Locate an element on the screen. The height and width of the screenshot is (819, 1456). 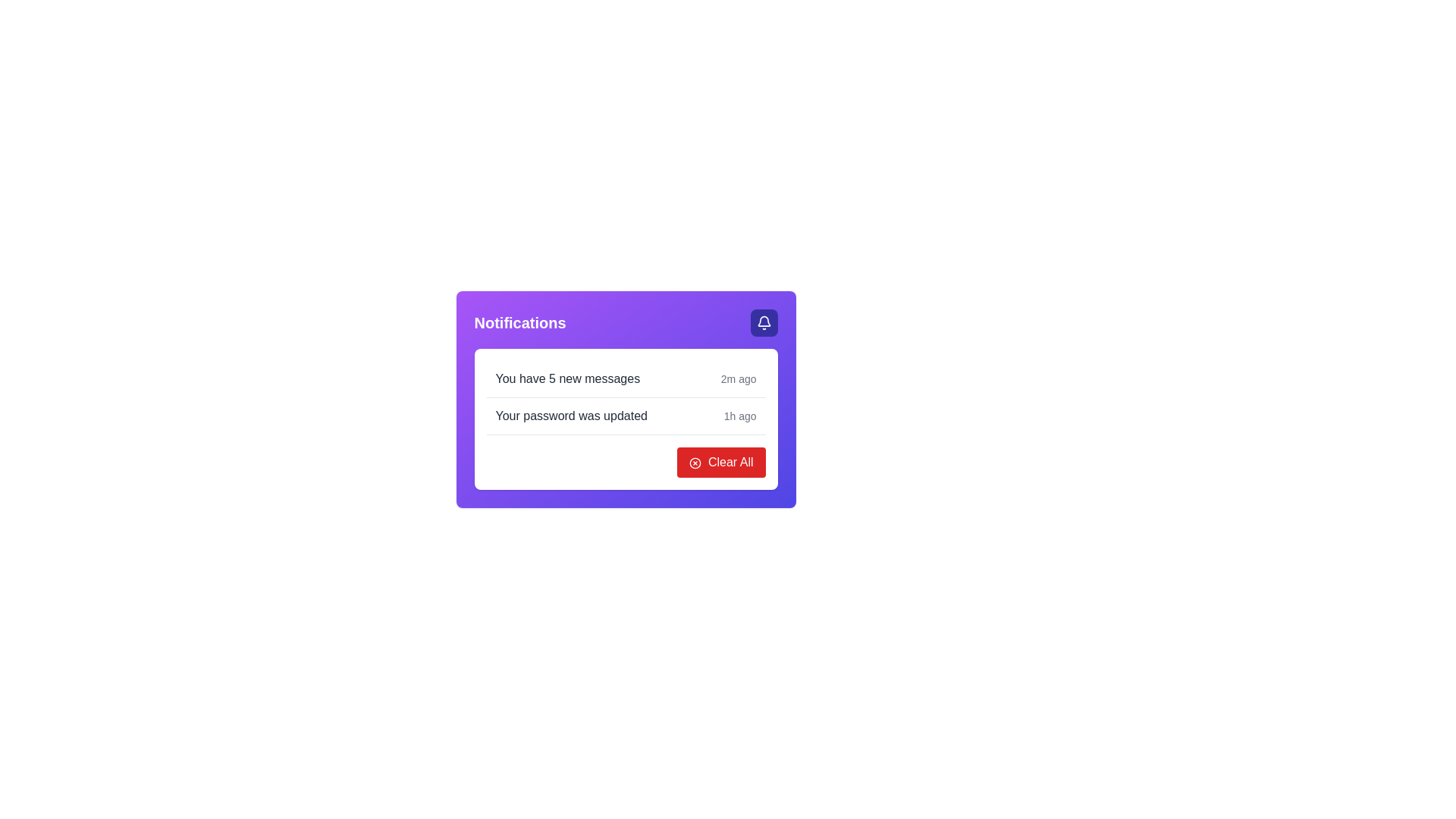
the notification icon located in the top-right corner of the notification UI component, which has a rounded indigo background is located at coordinates (764, 322).